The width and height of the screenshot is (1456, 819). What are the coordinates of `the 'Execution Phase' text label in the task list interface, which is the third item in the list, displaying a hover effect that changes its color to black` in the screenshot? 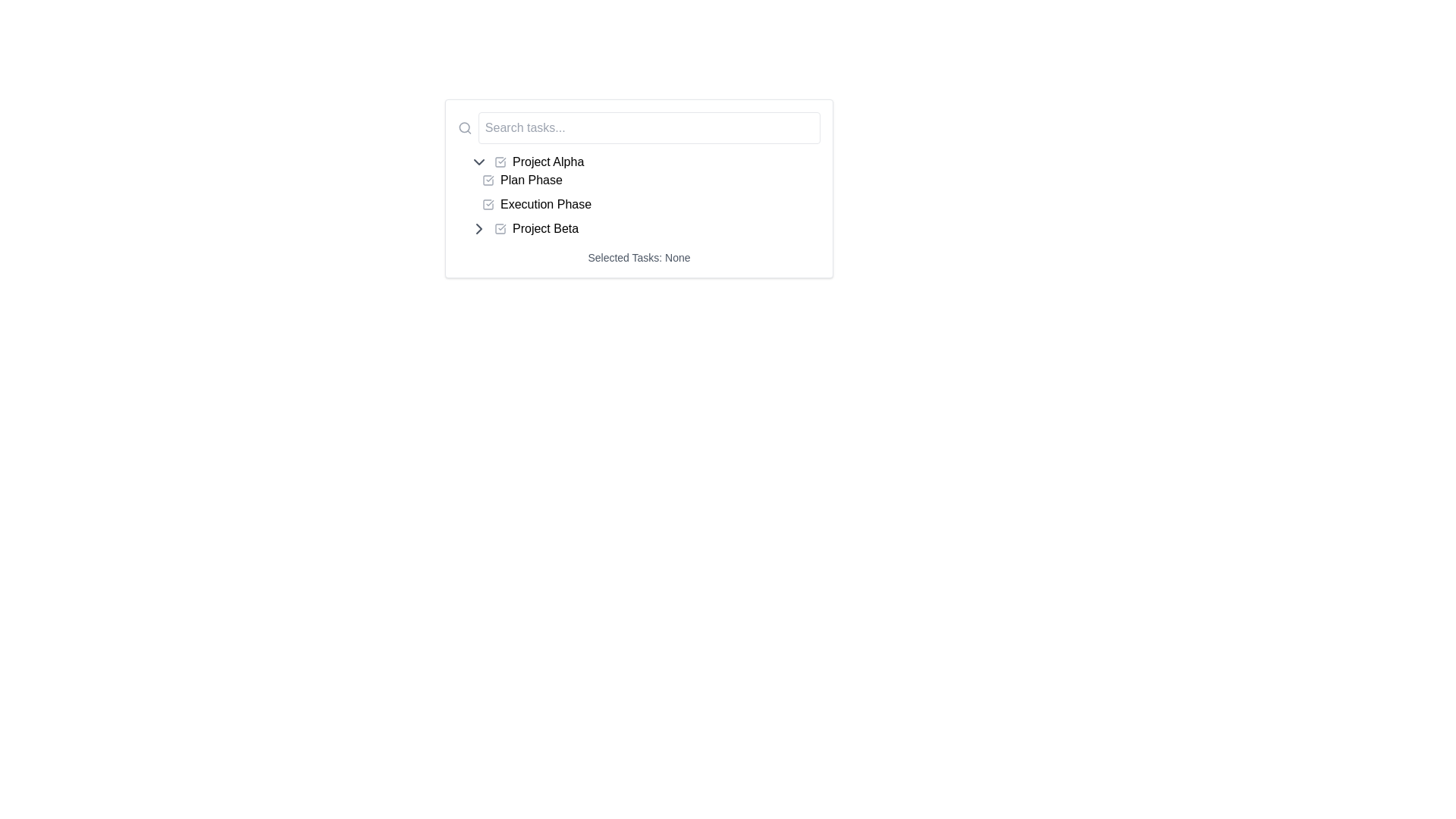 It's located at (546, 205).